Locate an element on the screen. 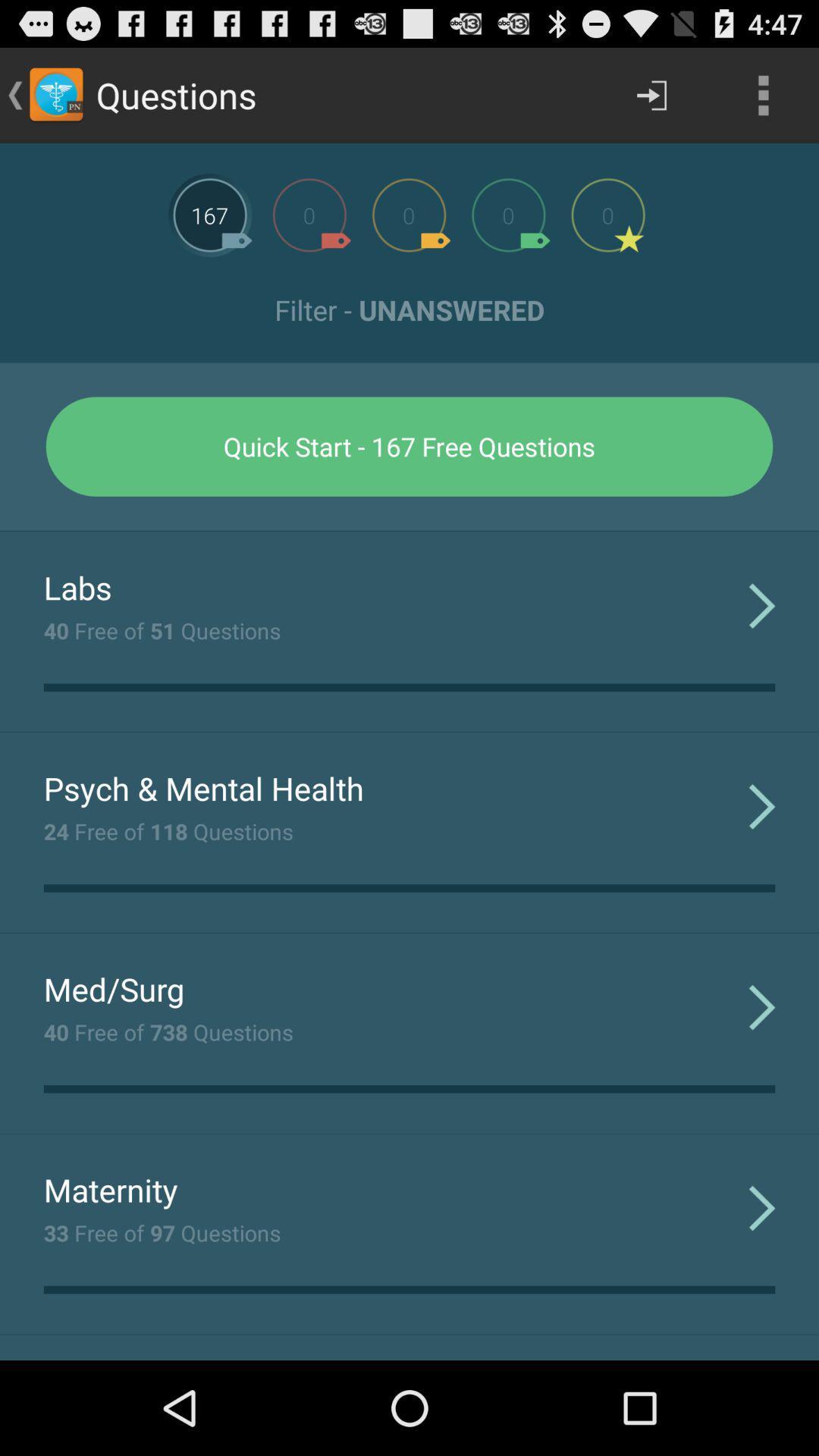 The image size is (819, 1456). option is located at coordinates (309, 214).